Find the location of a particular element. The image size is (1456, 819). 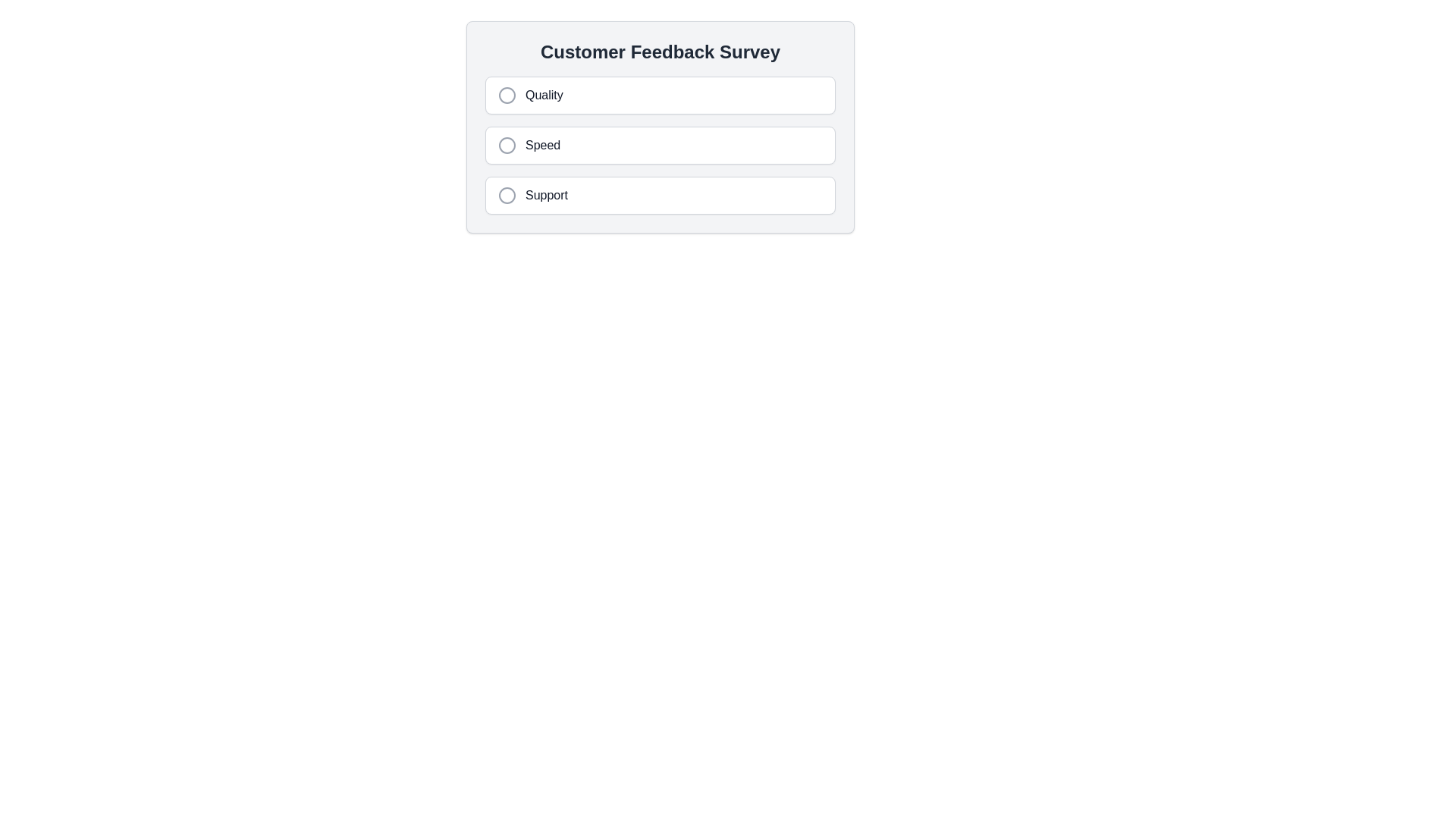

the radio button option labeled 'Speed', which is the second option in a vertical list of radio buttons is located at coordinates (660, 146).